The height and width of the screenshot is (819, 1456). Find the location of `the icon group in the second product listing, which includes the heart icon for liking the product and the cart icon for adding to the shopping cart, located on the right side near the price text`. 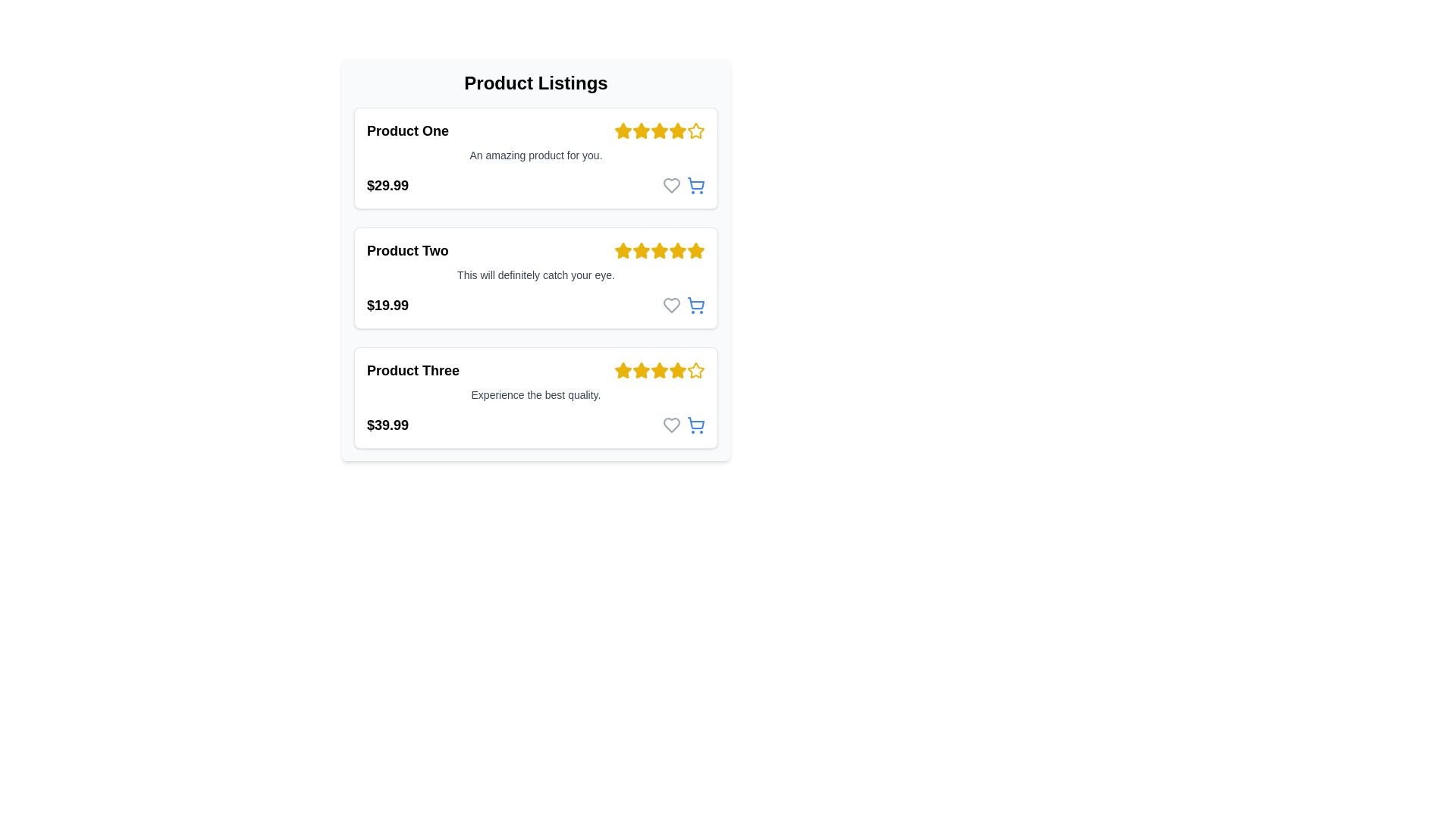

the icon group in the second product listing, which includes the heart icon for liking the product and the cart icon for adding to the shopping cart, located on the right side near the price text is located at coordinates (683, 305).